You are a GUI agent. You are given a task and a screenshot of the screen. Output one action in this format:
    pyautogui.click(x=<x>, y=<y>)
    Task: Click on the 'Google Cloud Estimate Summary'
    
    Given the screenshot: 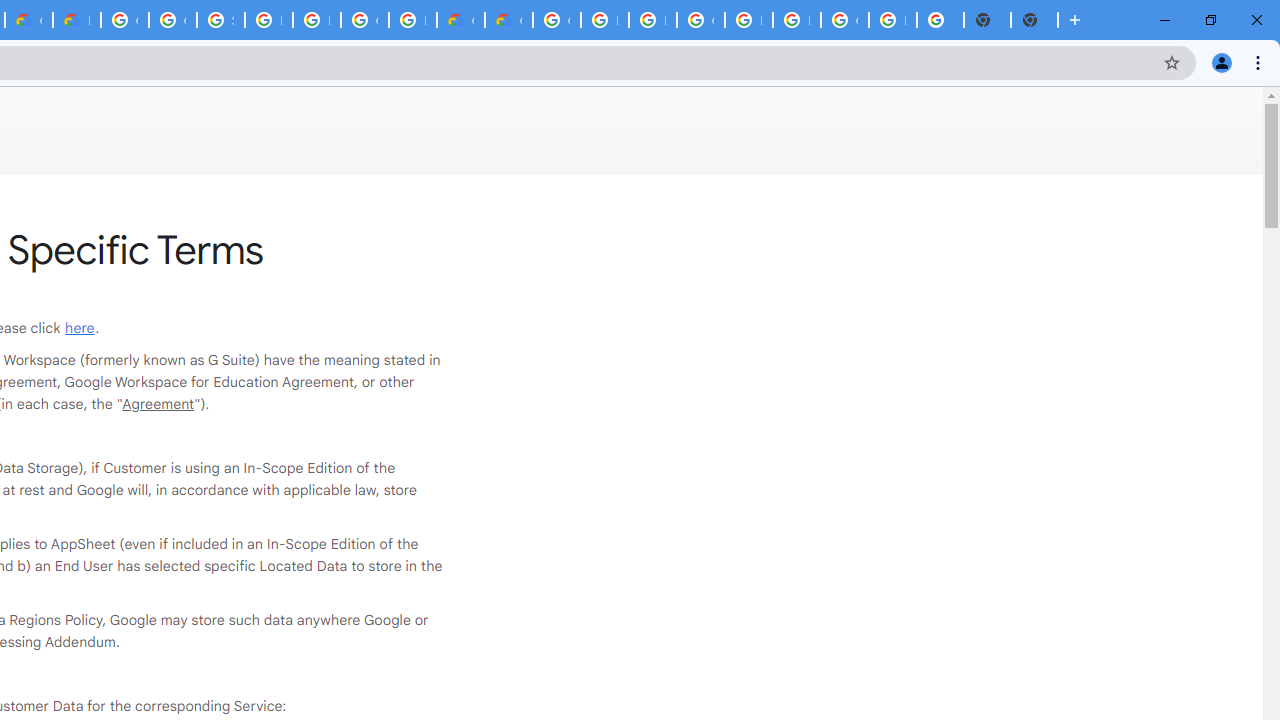 What is the action you would take?
    pyautogui.click(x=508, y=20)
    